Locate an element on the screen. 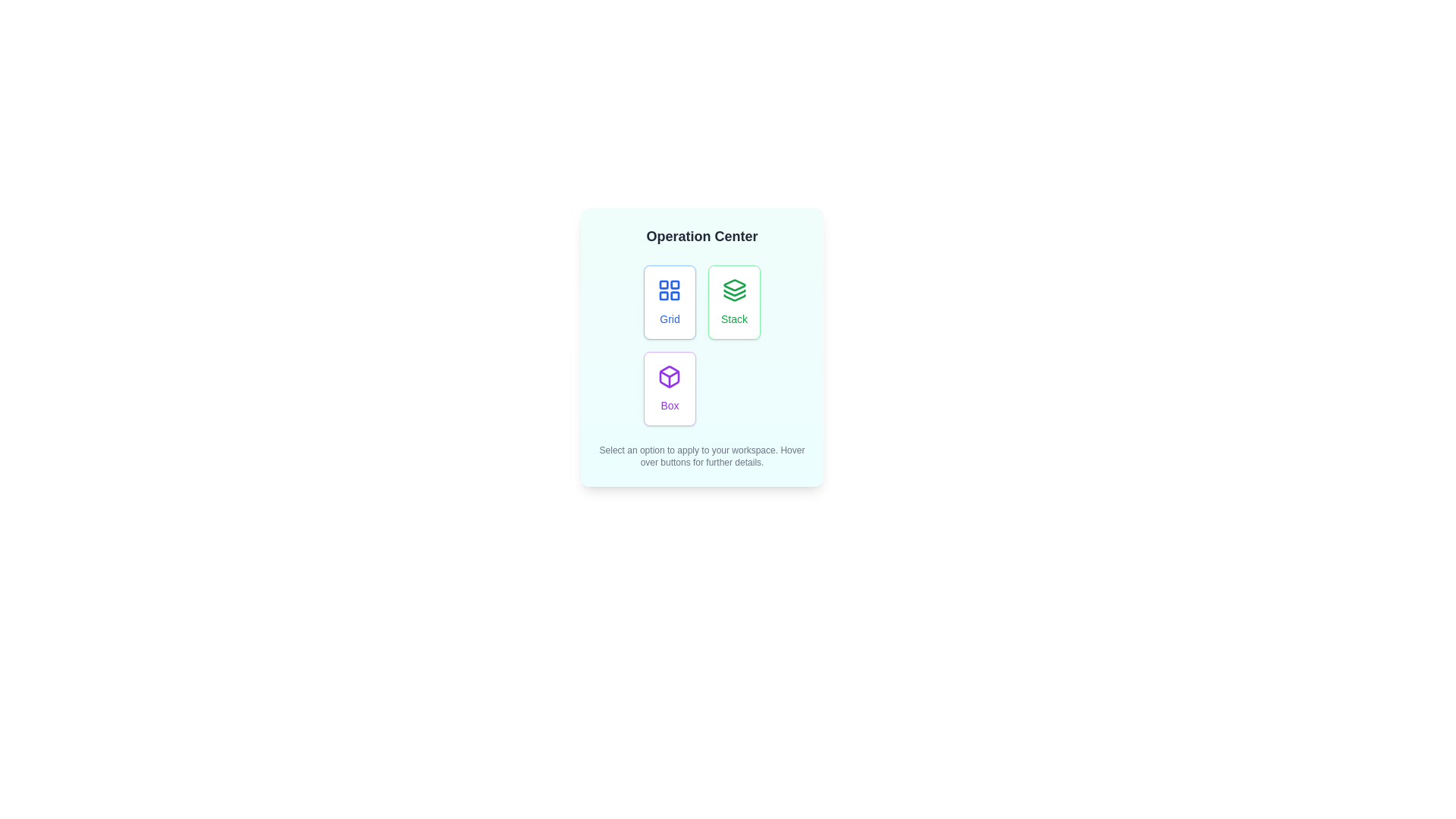 The image size is (1456, 819). the icon located in the second cell of the second row in a 2x2 grid layout is located at coordinates (674, 296).